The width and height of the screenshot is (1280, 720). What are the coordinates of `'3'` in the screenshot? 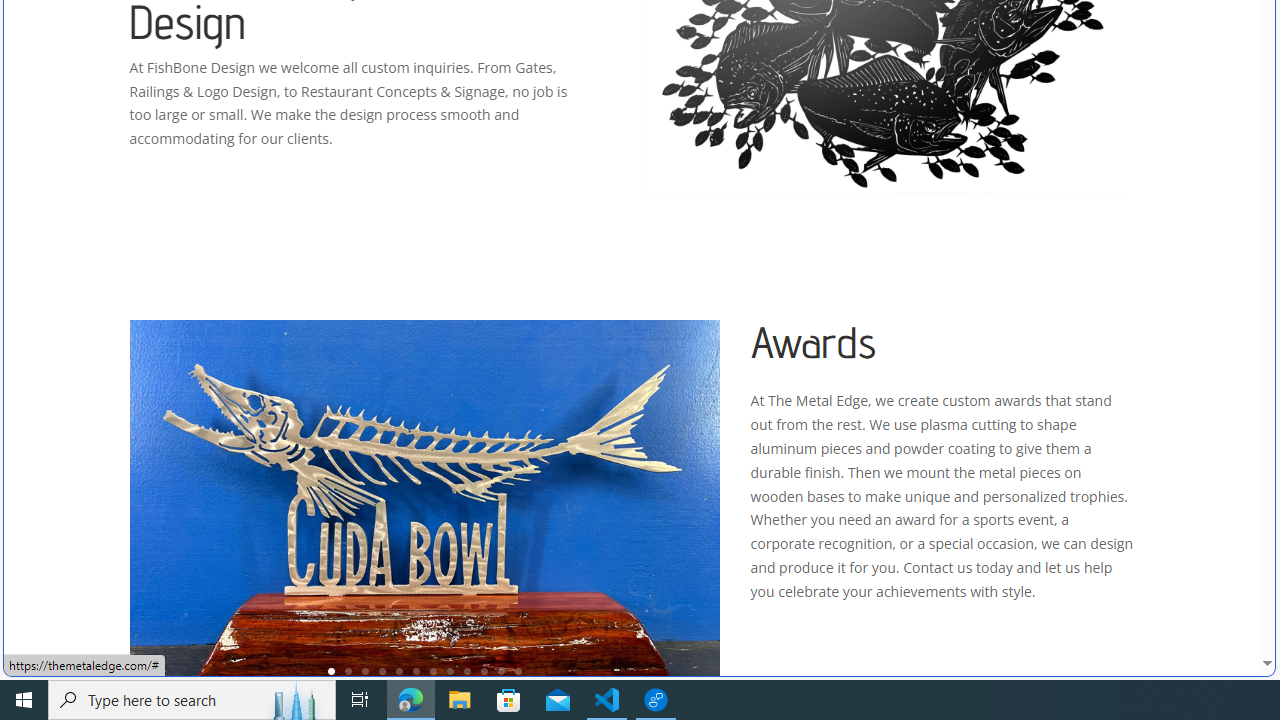 It's located at (365, 671).